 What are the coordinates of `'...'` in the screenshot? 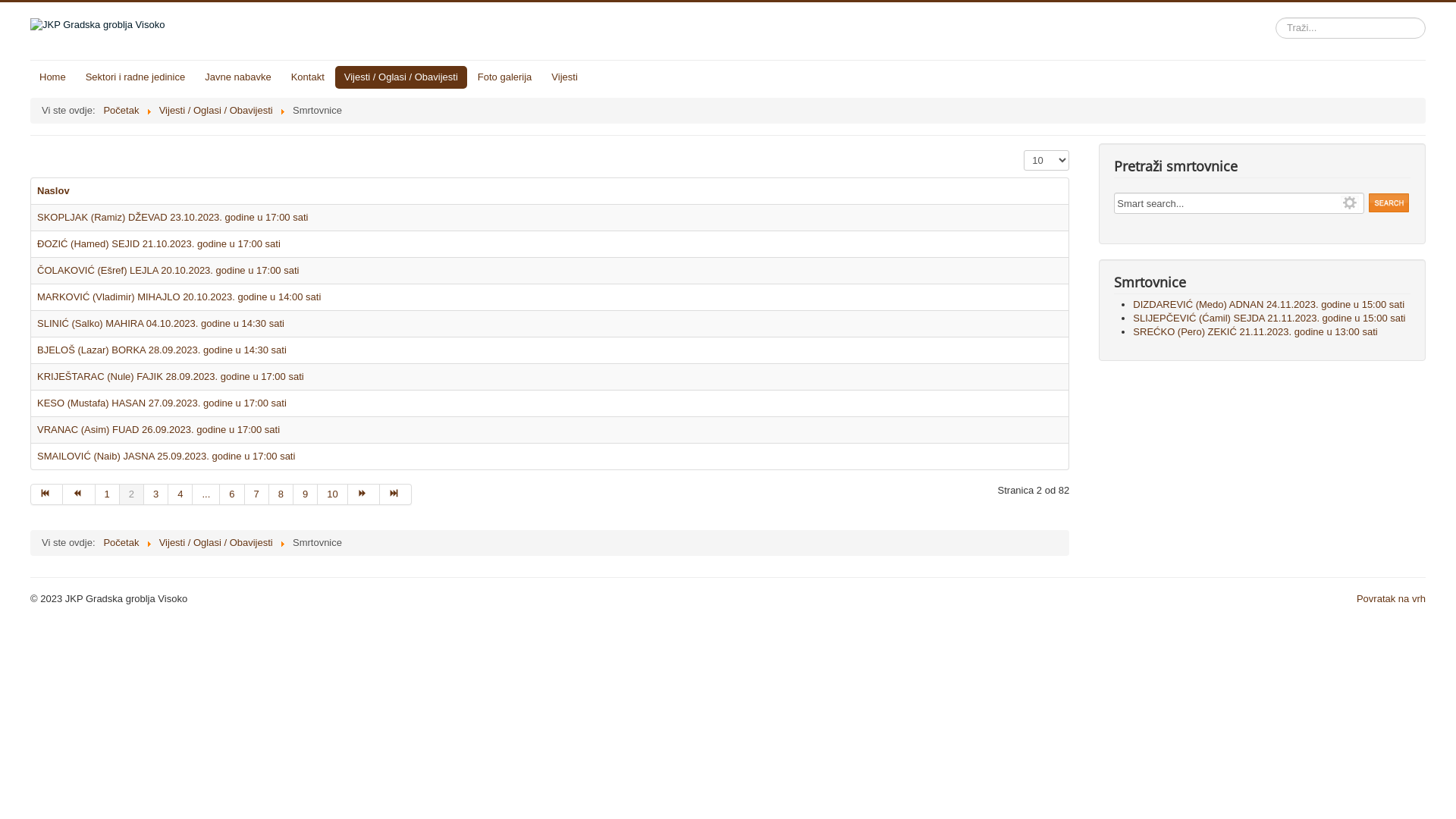 It's located at (192, 494).